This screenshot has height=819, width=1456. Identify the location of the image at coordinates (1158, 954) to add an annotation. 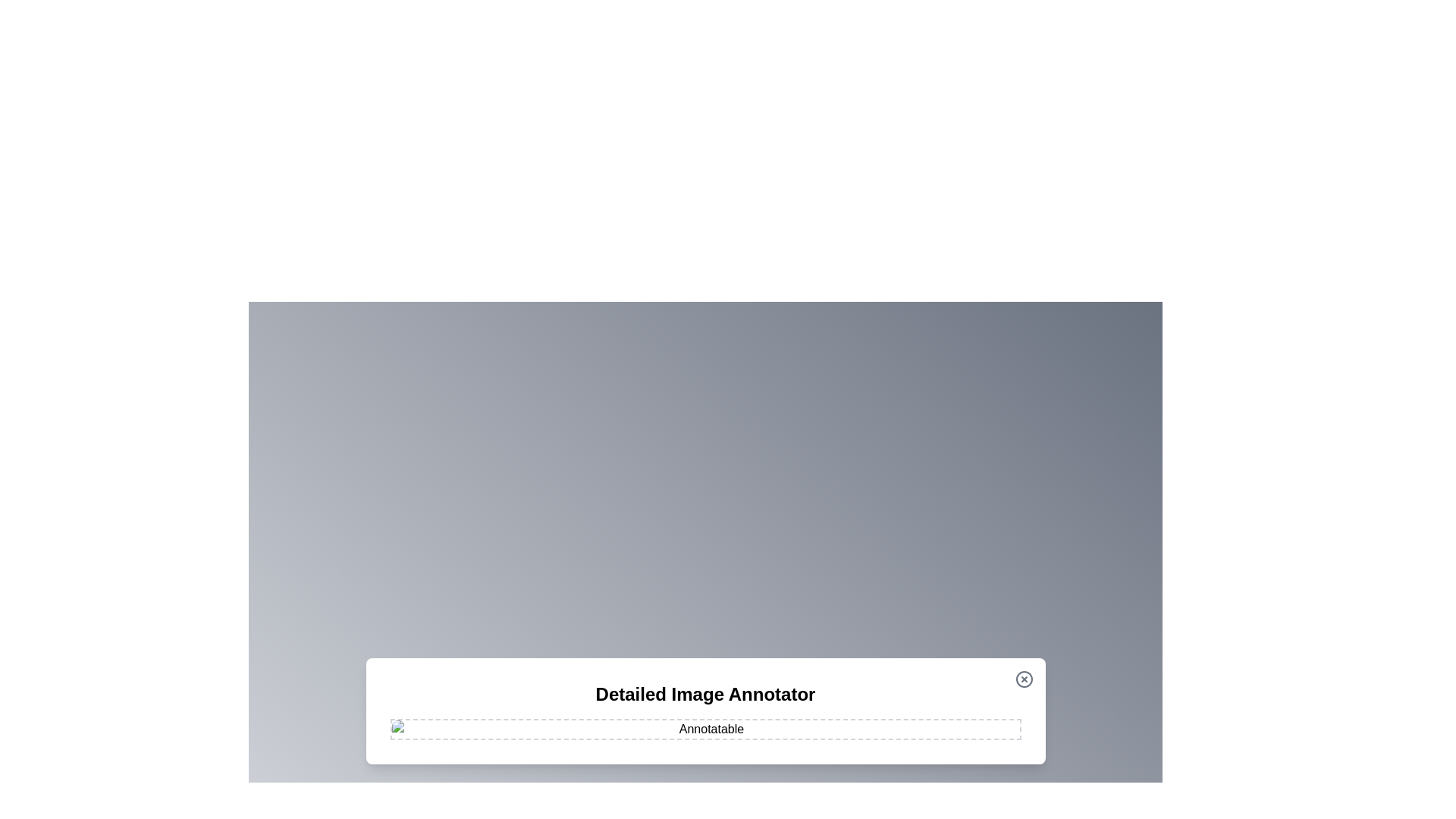
(877, 722).